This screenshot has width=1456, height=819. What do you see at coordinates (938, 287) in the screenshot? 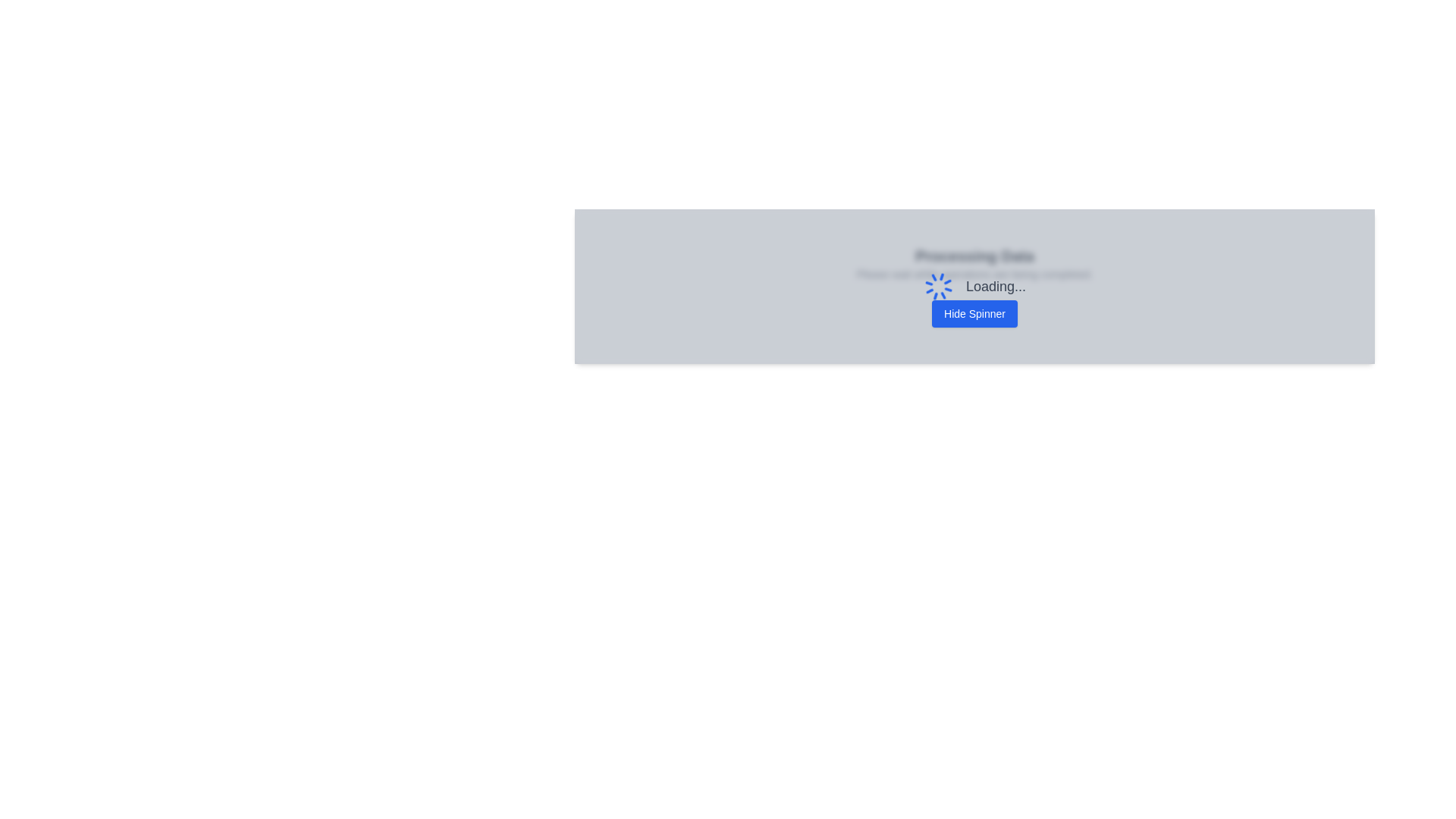
I see `the circular animated loader/spinner icon, which is blue and displayed against a semi-transparent gray background, located at the center of the overlay` at bounding box center [938, 287].